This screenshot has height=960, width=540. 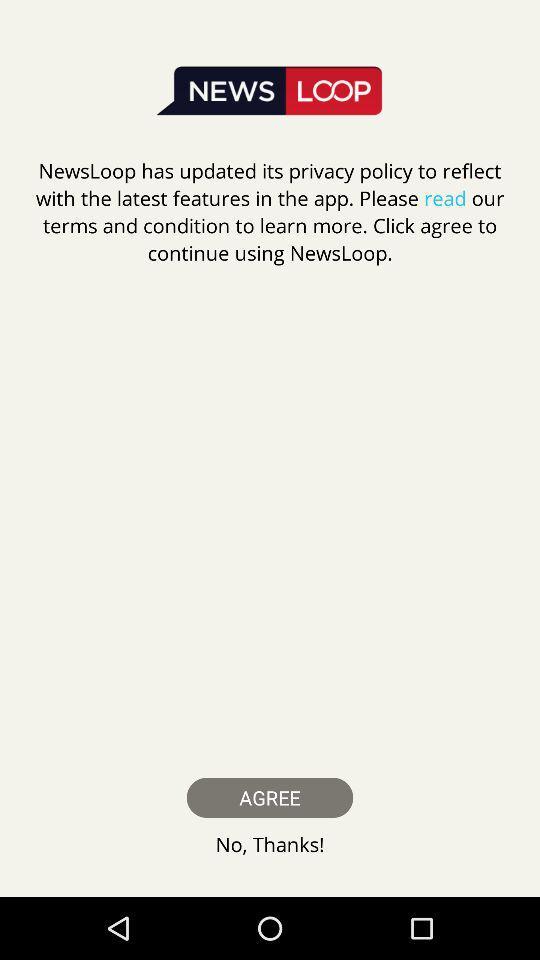 What do you see at coordinates (270, 843) in the screenshot?
I see `icon below agree item` at bounding box center [270, 843].